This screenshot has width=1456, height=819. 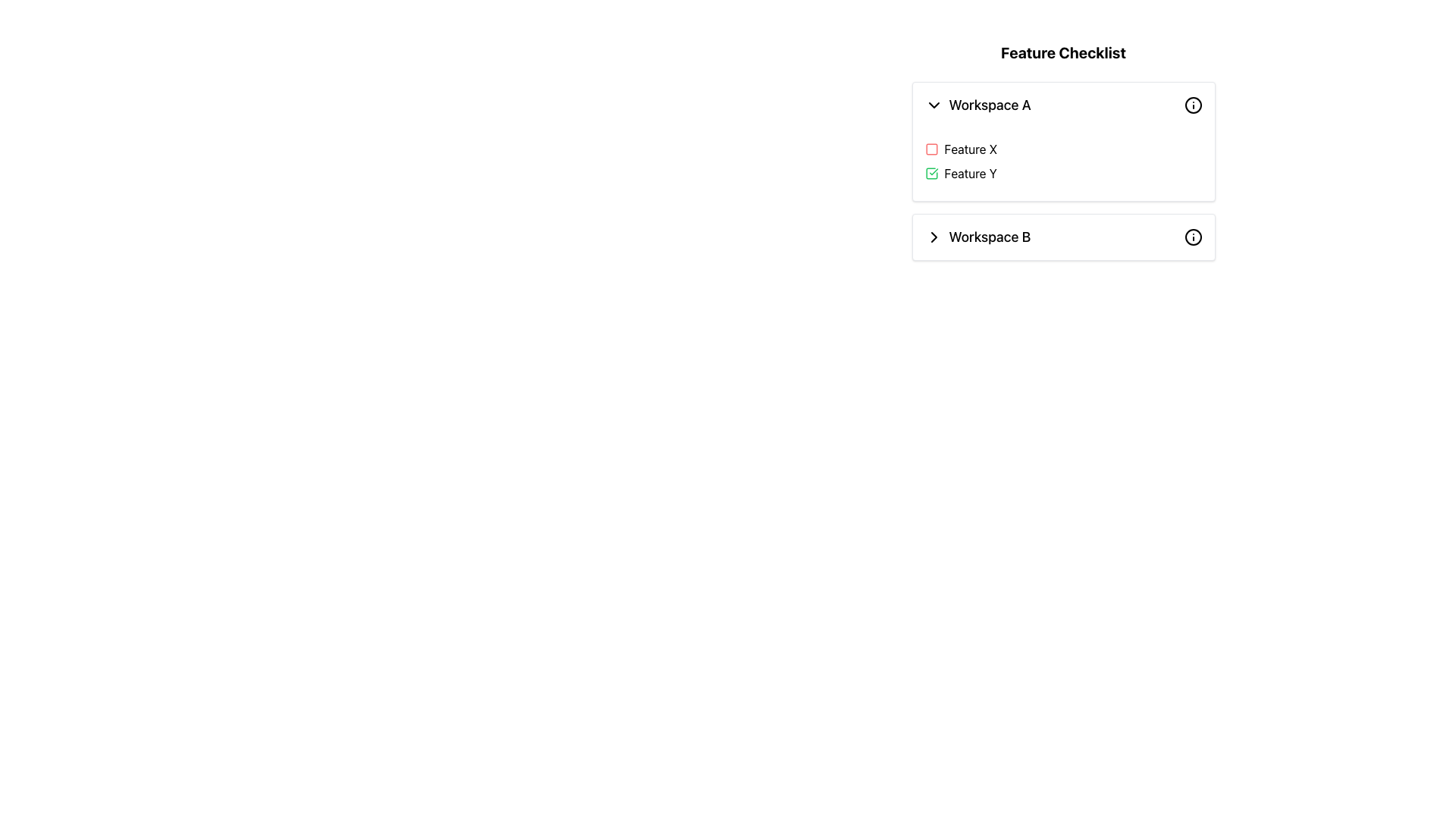 What do you see at coordinates (933, 237) in the screenshot?
I see `the chevron icon that indicates navigation for 'Workspace B' located towards the leftmost side of its row` at bounding box center [933, 237].